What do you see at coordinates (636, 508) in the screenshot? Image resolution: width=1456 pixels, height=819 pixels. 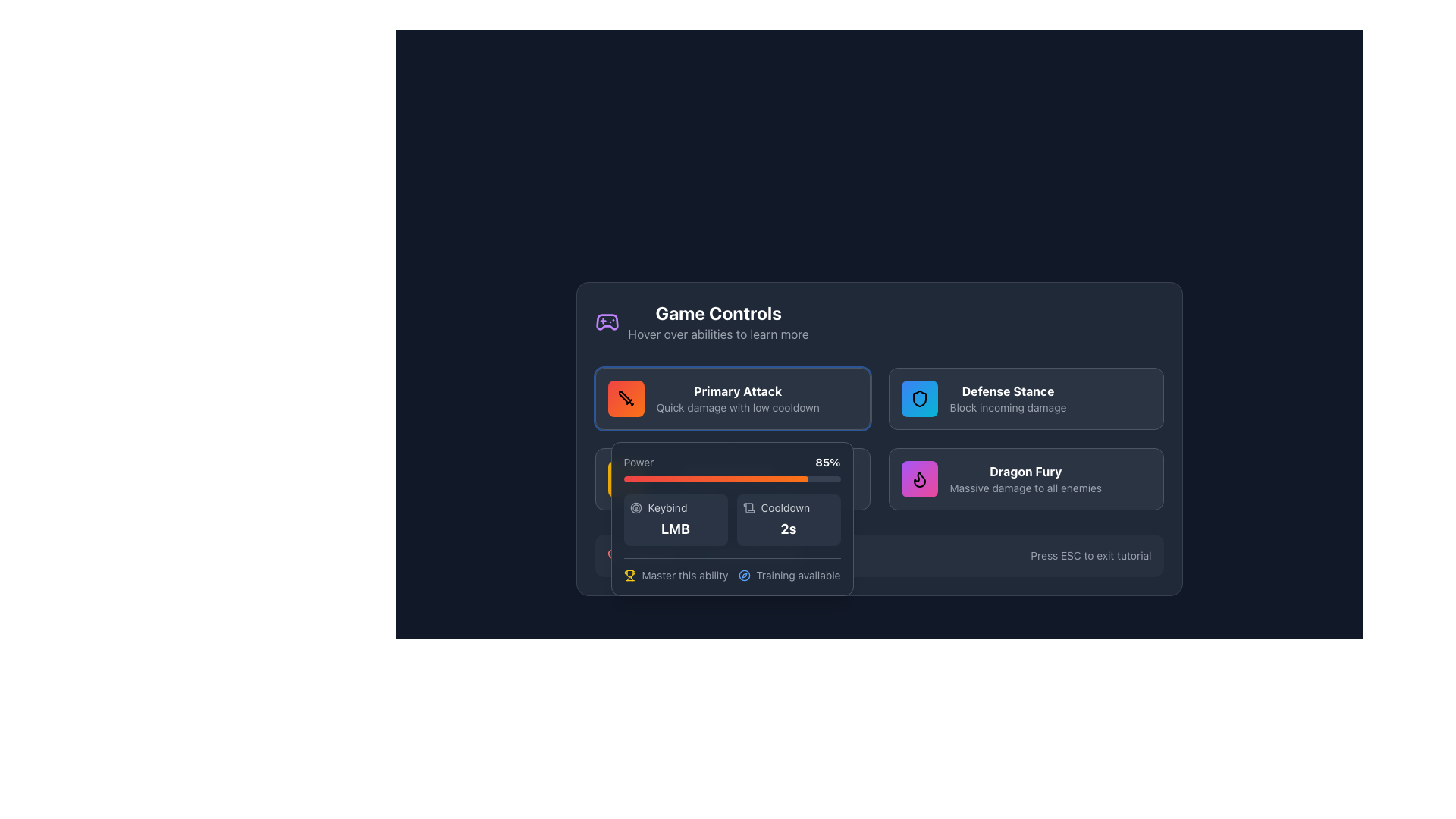 I see `the visual changes of the circular icon composed of three concentric circles, located on the left side of the 'Keybind' panel` at bounding box center [636, 508].